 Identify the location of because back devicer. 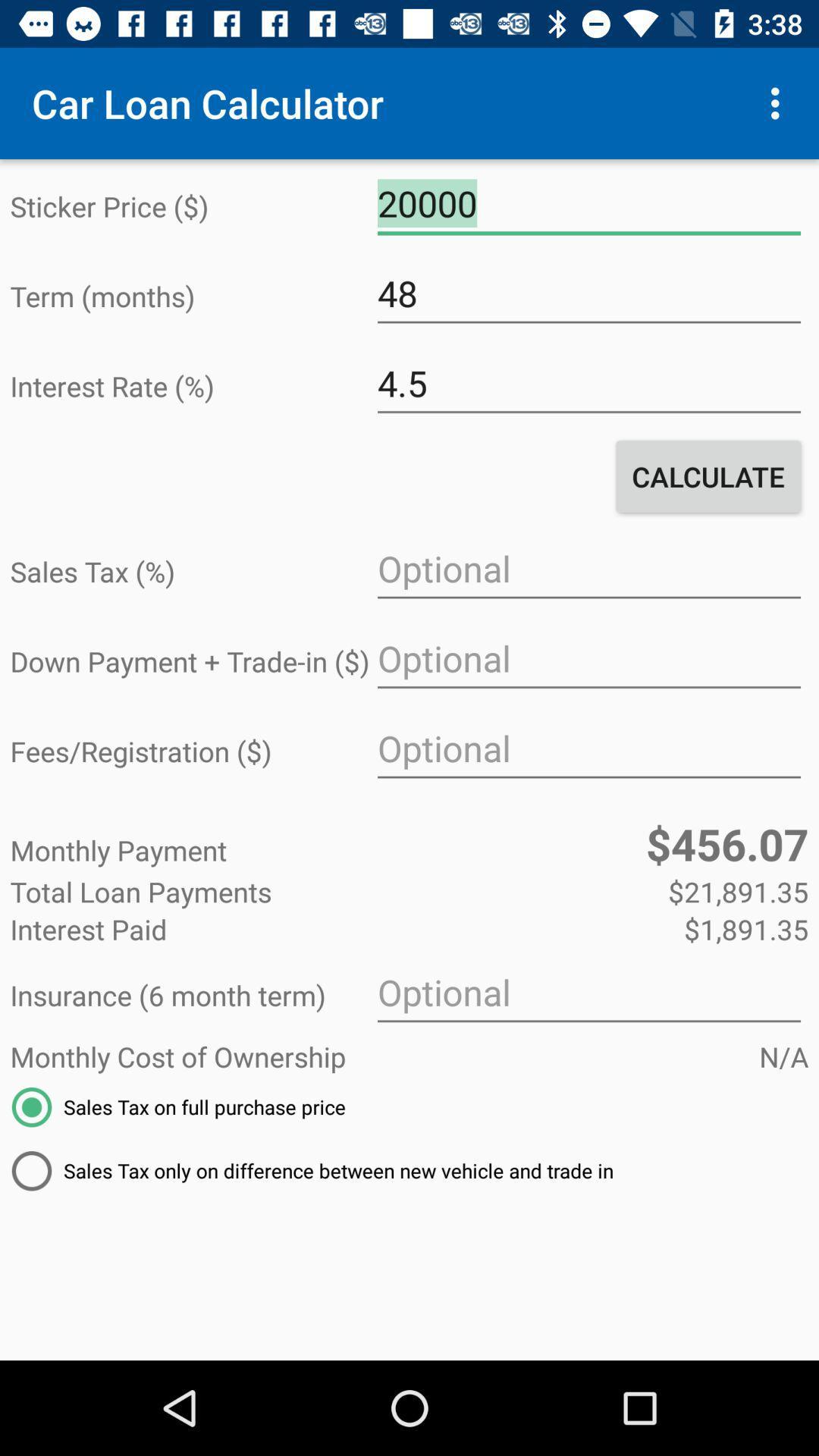
(588, 748).